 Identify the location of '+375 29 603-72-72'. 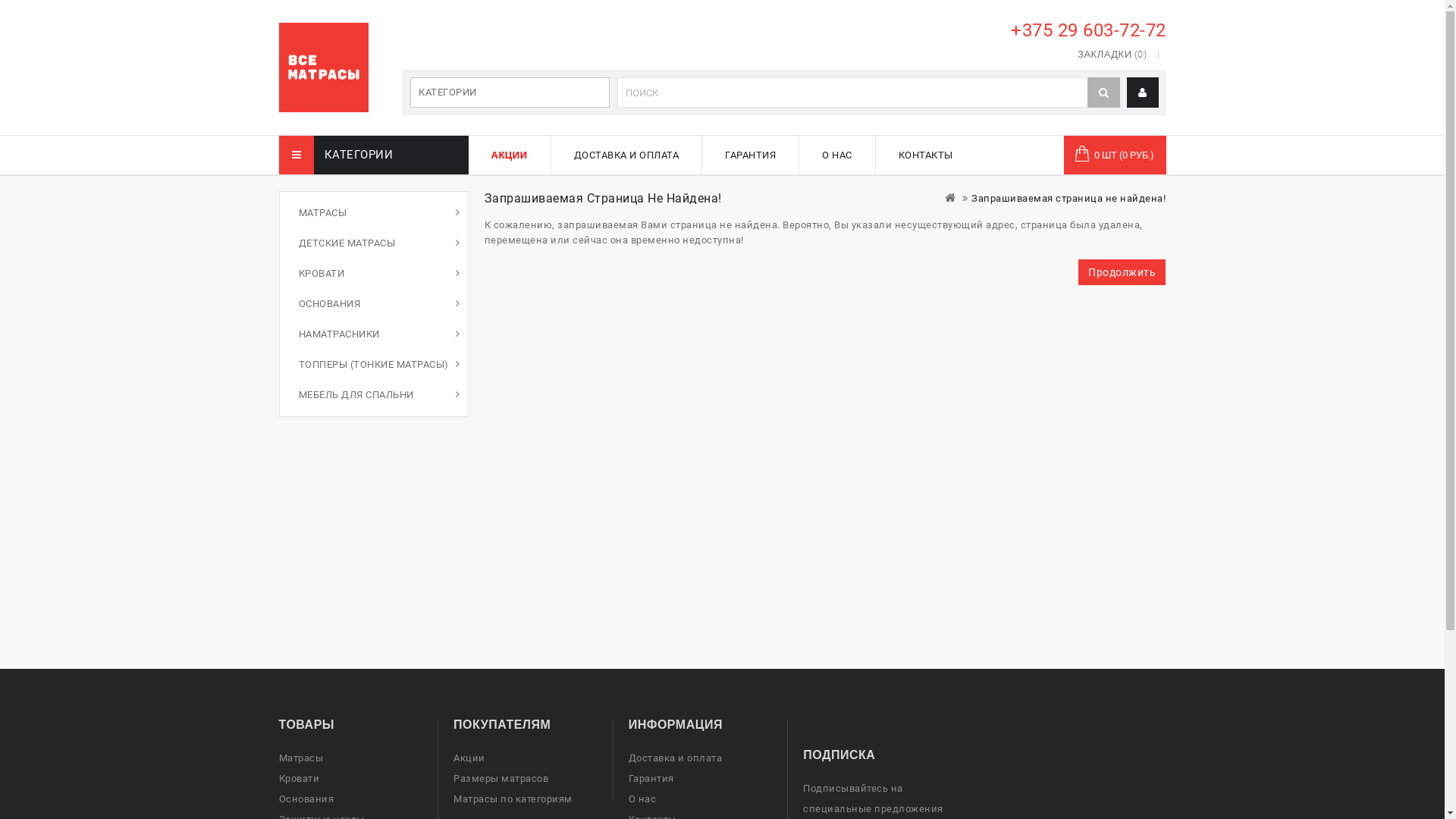
(1005, 30).